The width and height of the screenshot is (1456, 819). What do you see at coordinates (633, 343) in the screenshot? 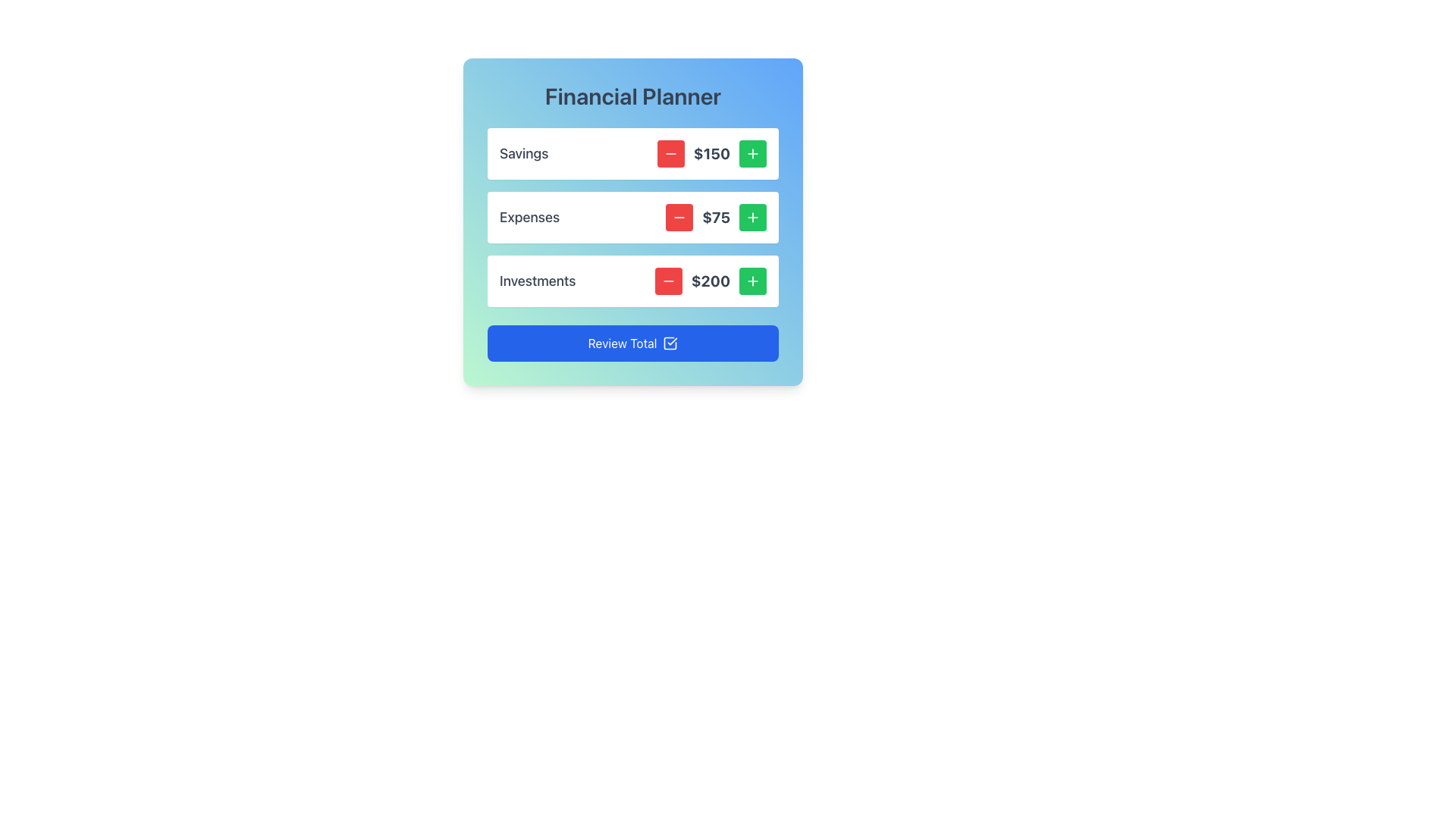
I see `the rectangular blue button labeled 'Review Total' with a checkmark icon at the bottom of the financial planner interface` at bounding box center [633, 343].